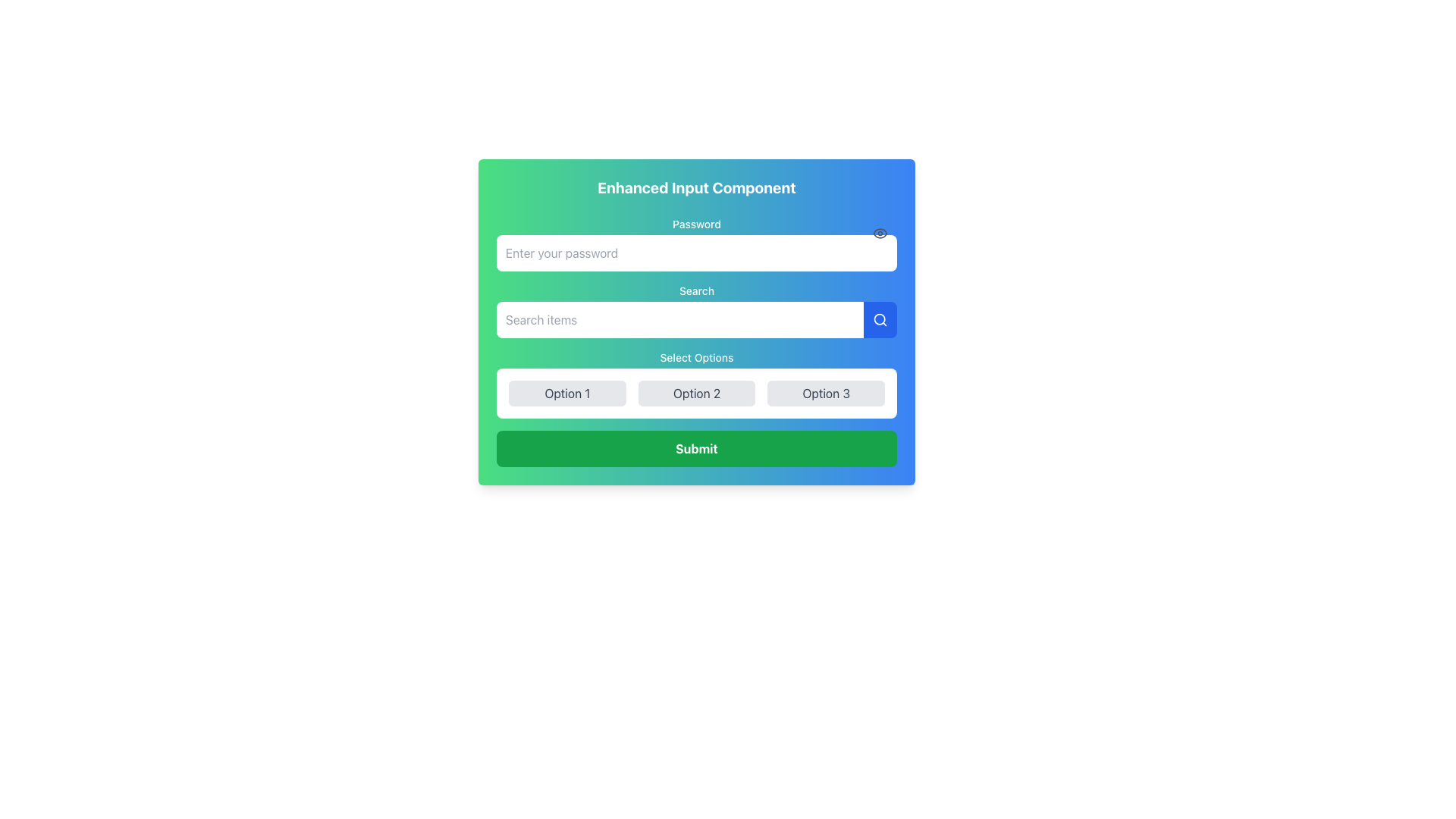  I want to click on the button labeled 'Option 3', which is the third button in a series of three horizontally aligned buttons, so click(825, 393).